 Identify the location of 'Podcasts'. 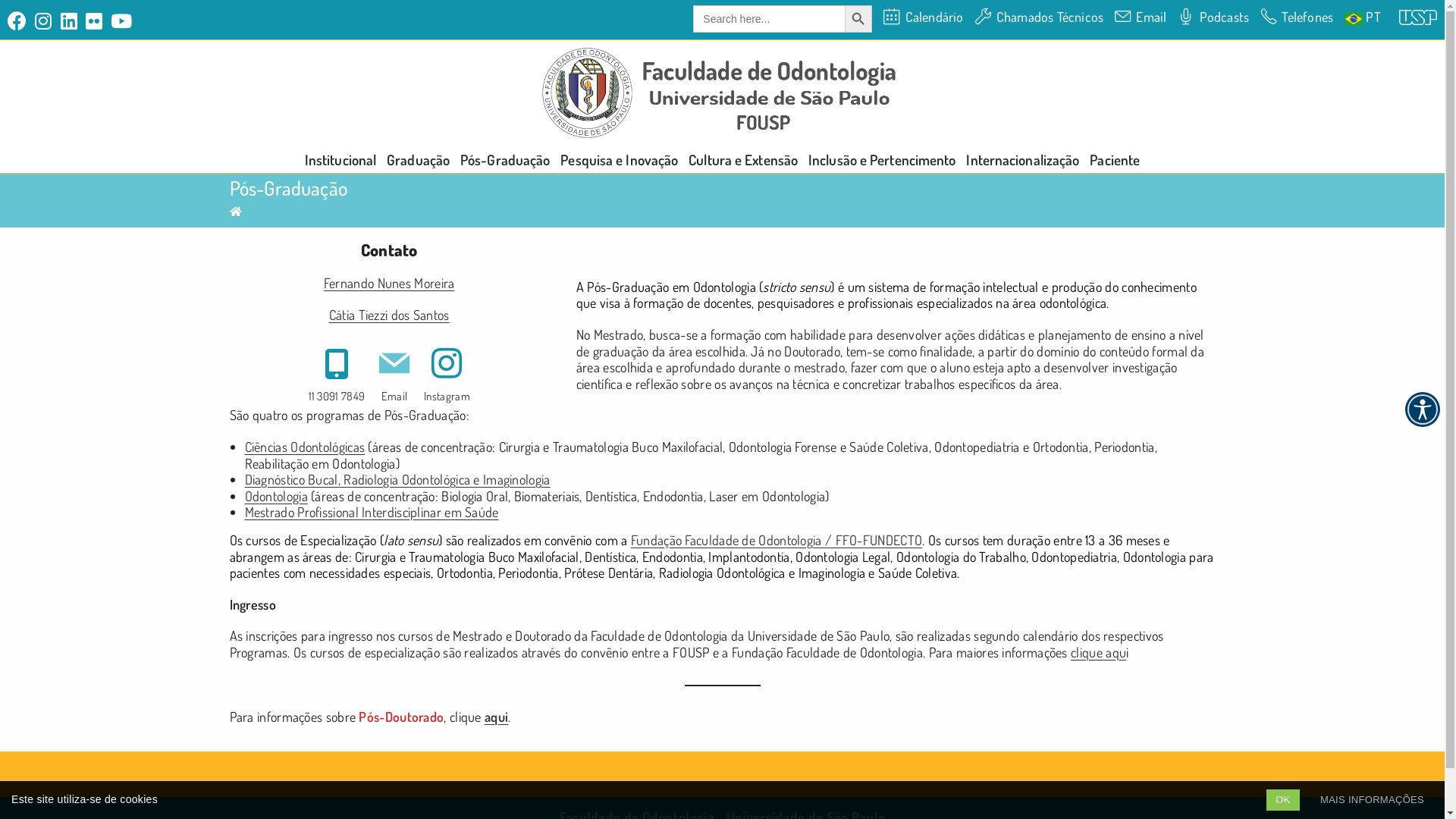
(1177, 17).